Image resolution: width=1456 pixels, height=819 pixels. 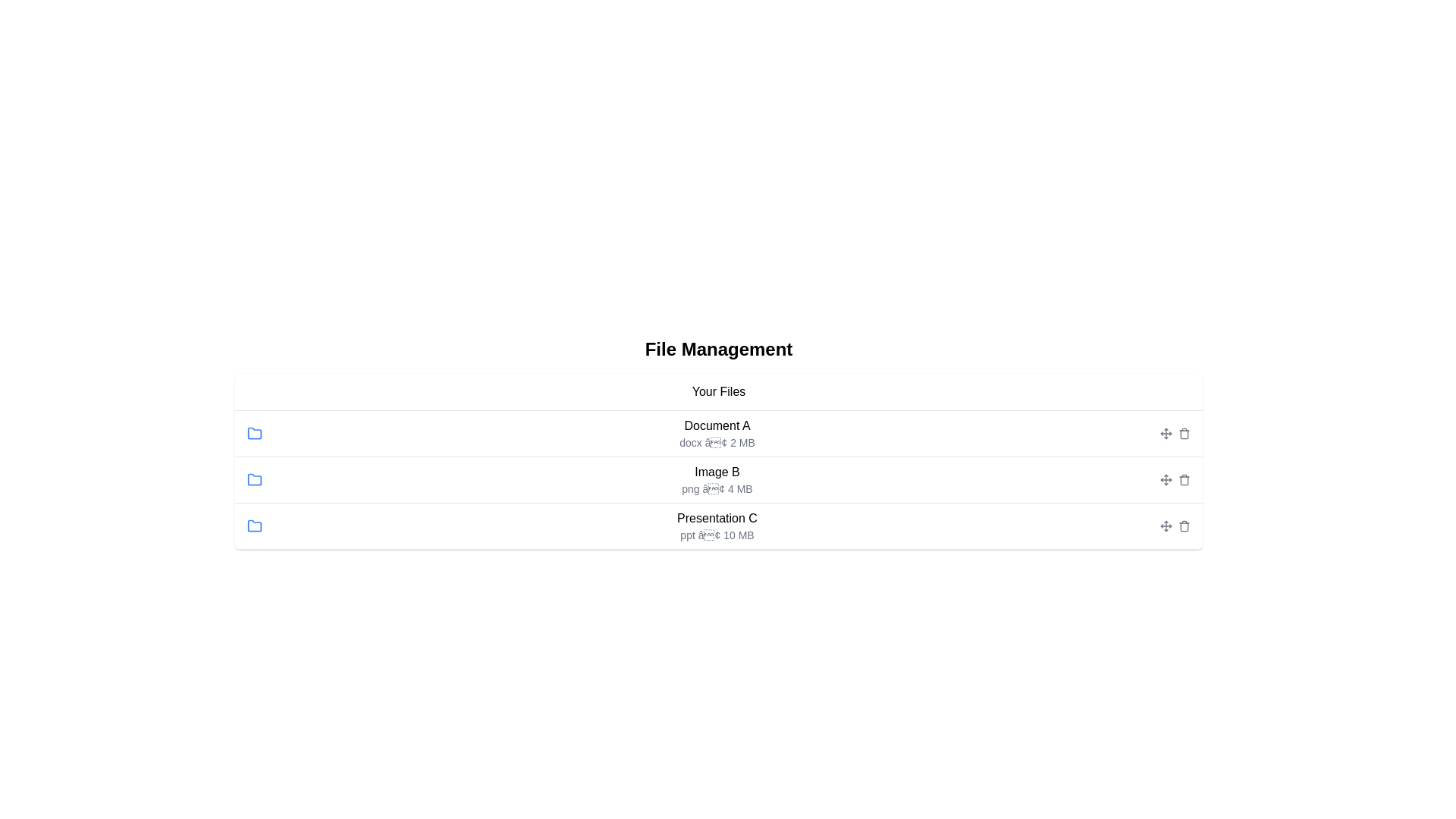 I want to click on the file type icon located in the second row of the file list, aligned to the left, so click(x=255, y=432).